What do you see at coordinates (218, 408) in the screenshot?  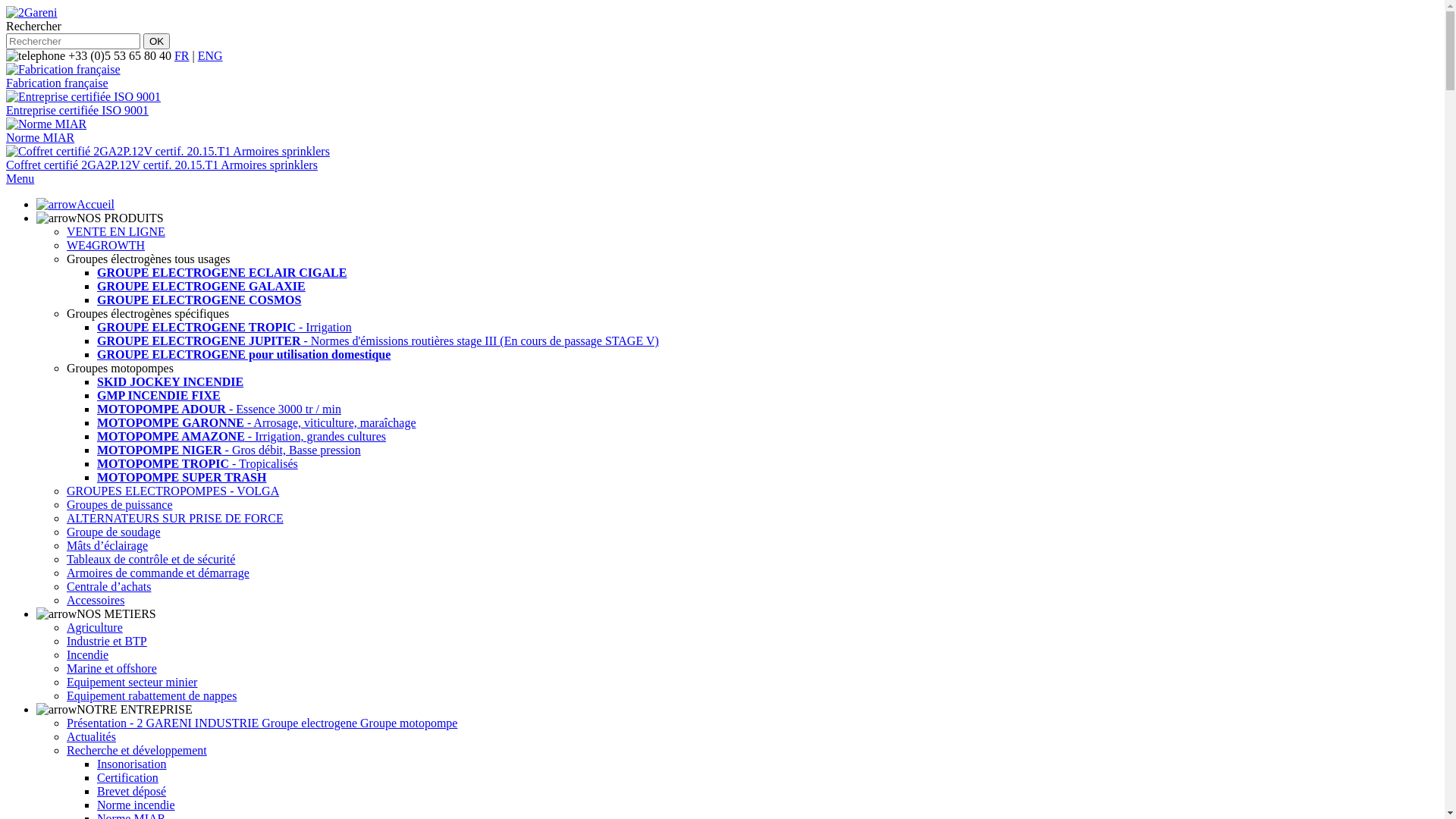 I see `'MOTOPOMPE ADOUR - Essence 3000 tr / min'` at bounding box center [218, 408].